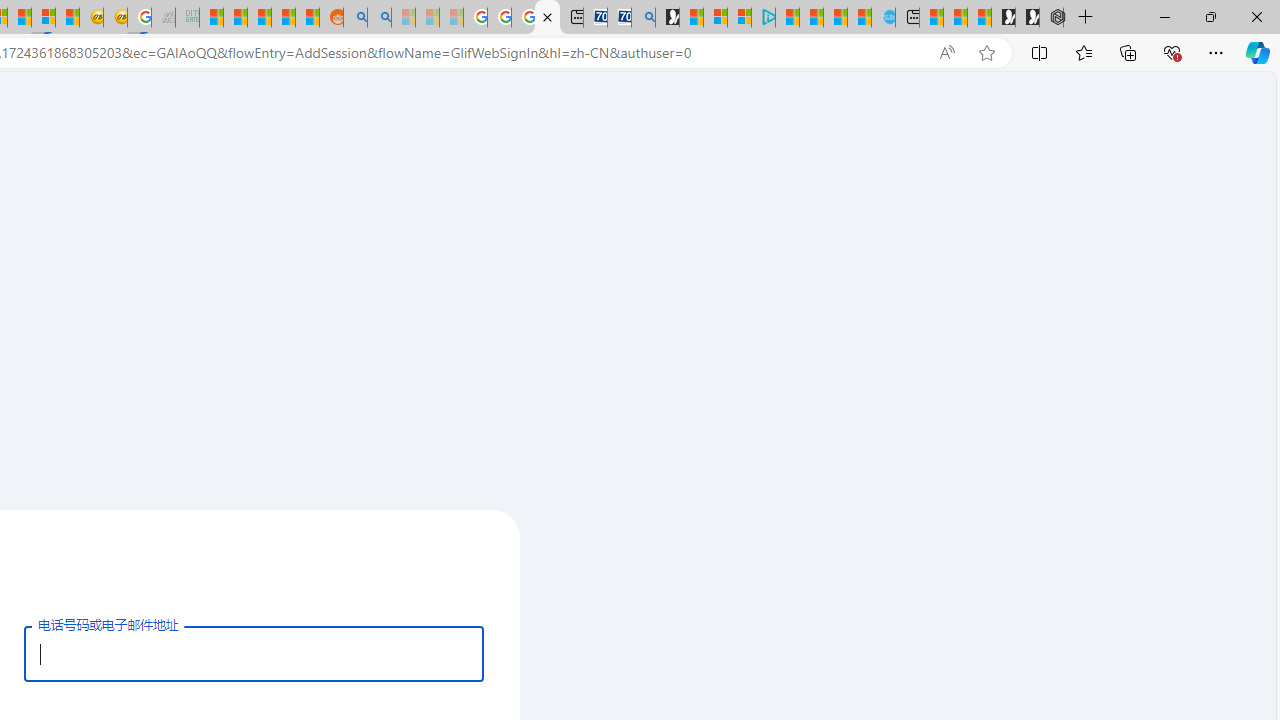 The image size is (1280, 720). I want to click on 'Nordace - Nordace Siena Is Not An Ordinary Backpack', so click(1050, 17).